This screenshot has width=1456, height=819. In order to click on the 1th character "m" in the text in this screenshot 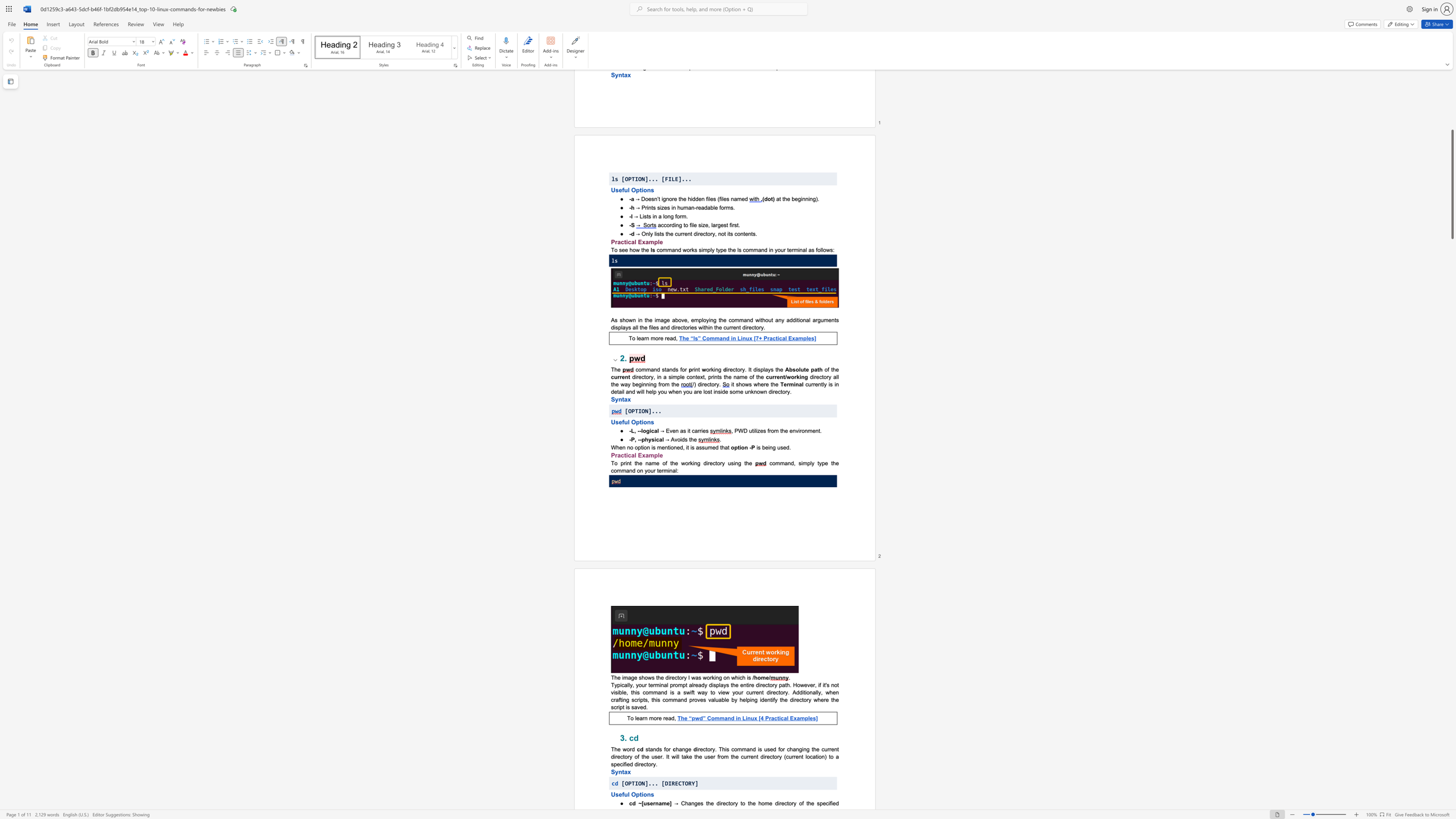, I will do `click(663, 803)`.